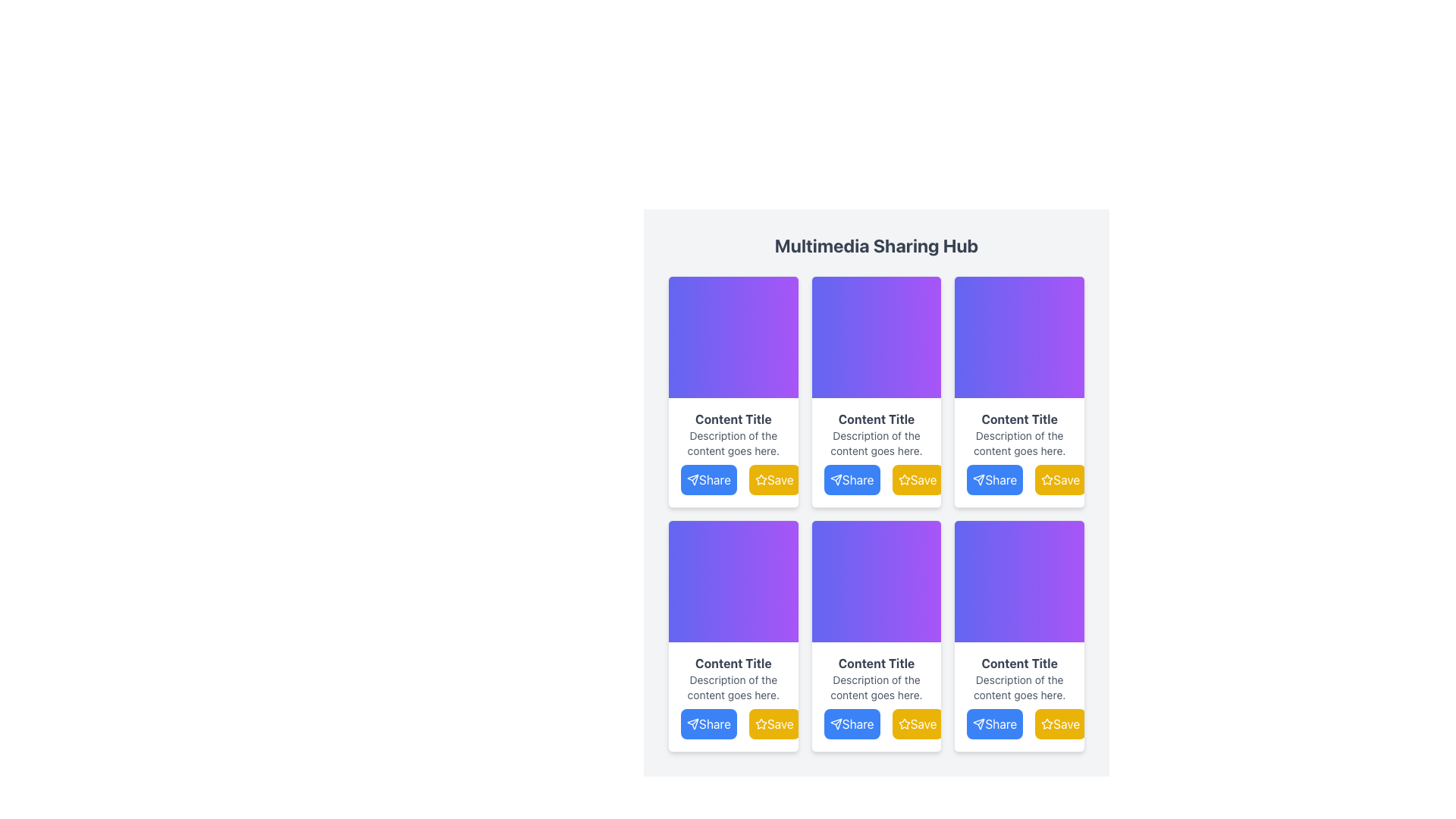  What do you see at coordinates (692, 723) in the screenshot?
I see `the paper plane icon which is part of the share button labeled 'Share' located in the bottom-left corner of the card in the third row, first column of a grid` at bounding box center [692, 723].